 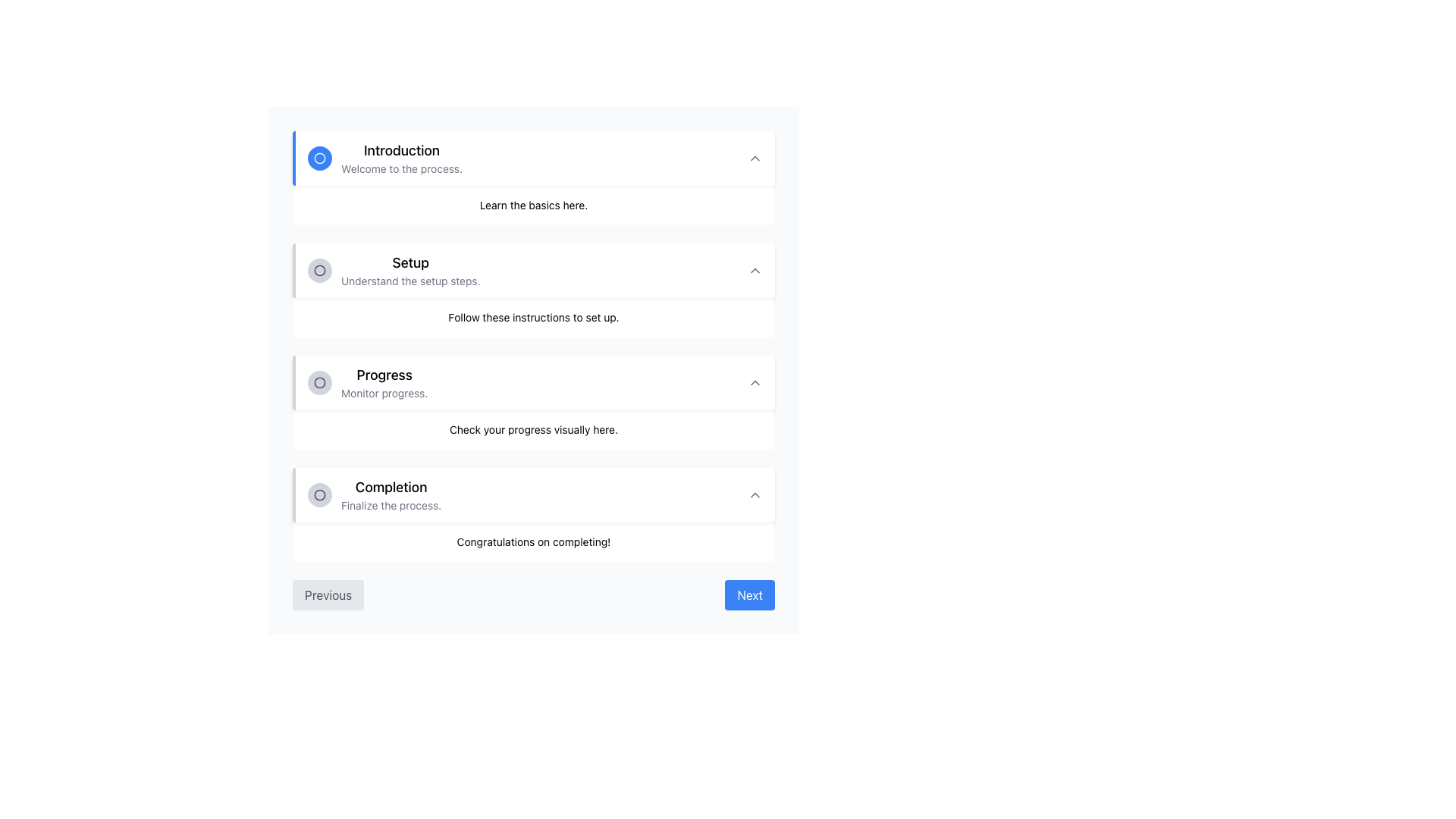 I want to click on the 'Previous' button, which is a rectangular button with gray text on a light gray background, so click(x=328, y=595).